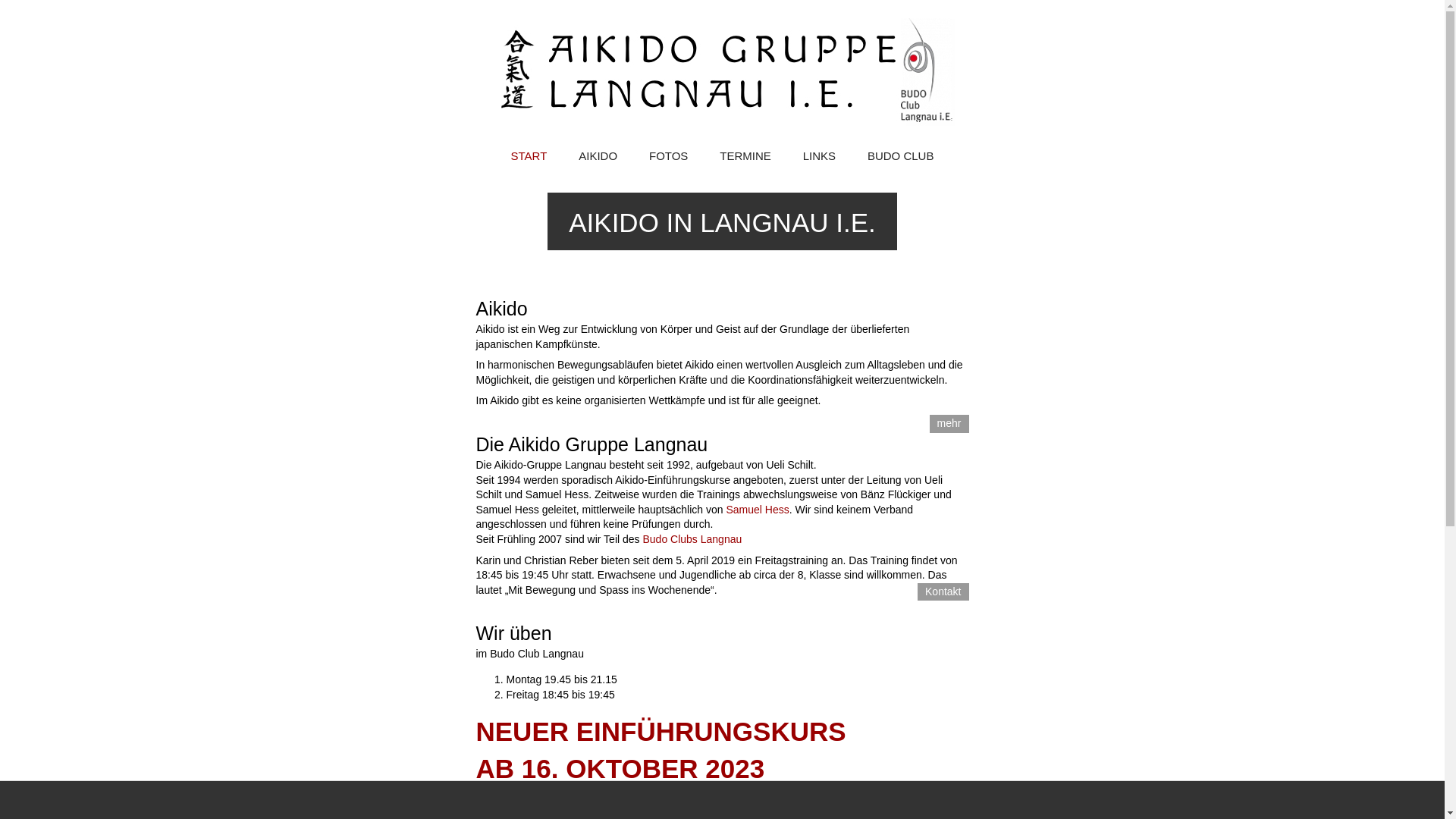 This screenshot has width=1456, height=819. What do you see at coordinates (757, 509) in the screenshot?
I see `'Samuel Hess'` at bounding box center [757, 509].